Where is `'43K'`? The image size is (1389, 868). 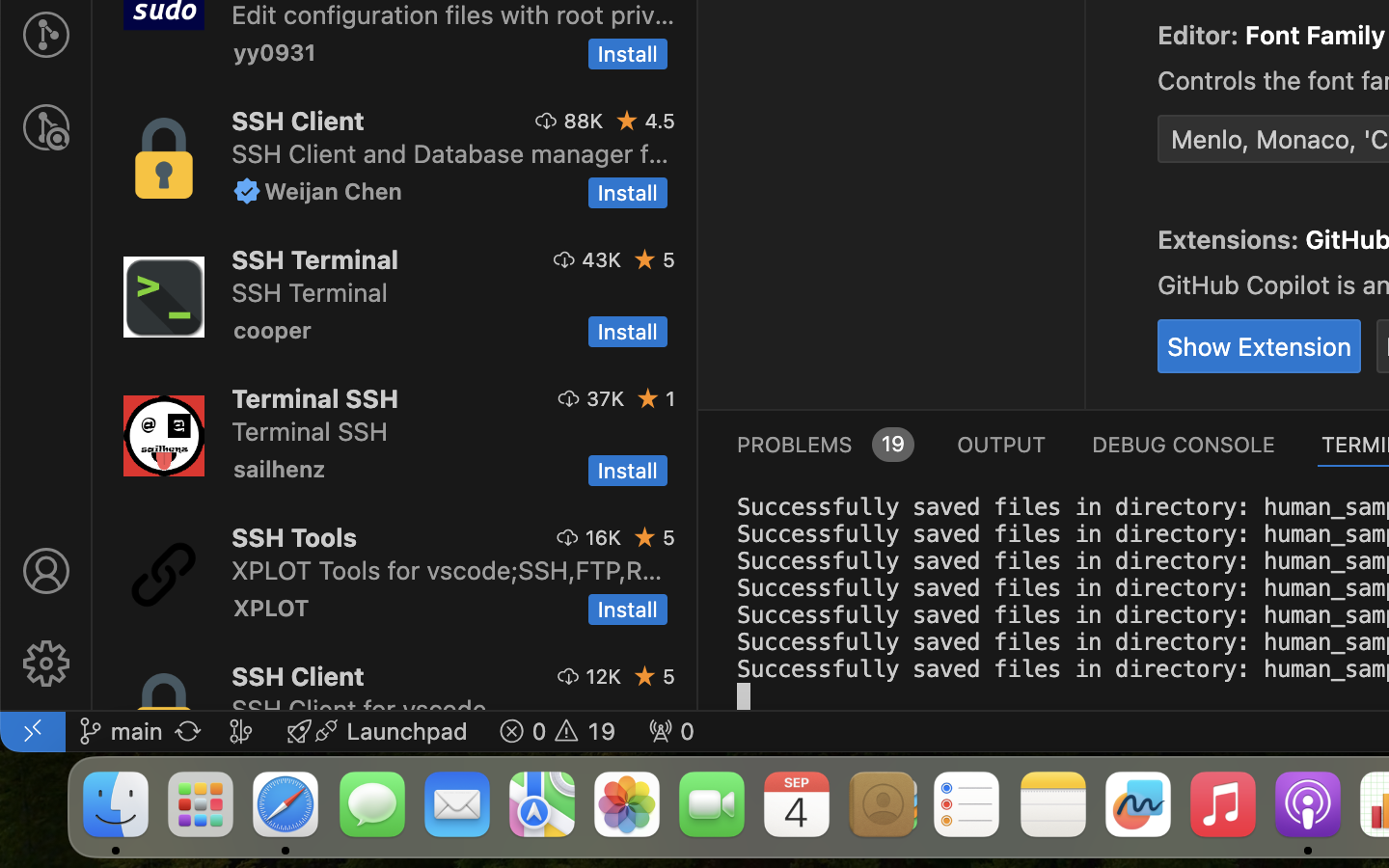
'43K' is located at coordinates (600, 258).